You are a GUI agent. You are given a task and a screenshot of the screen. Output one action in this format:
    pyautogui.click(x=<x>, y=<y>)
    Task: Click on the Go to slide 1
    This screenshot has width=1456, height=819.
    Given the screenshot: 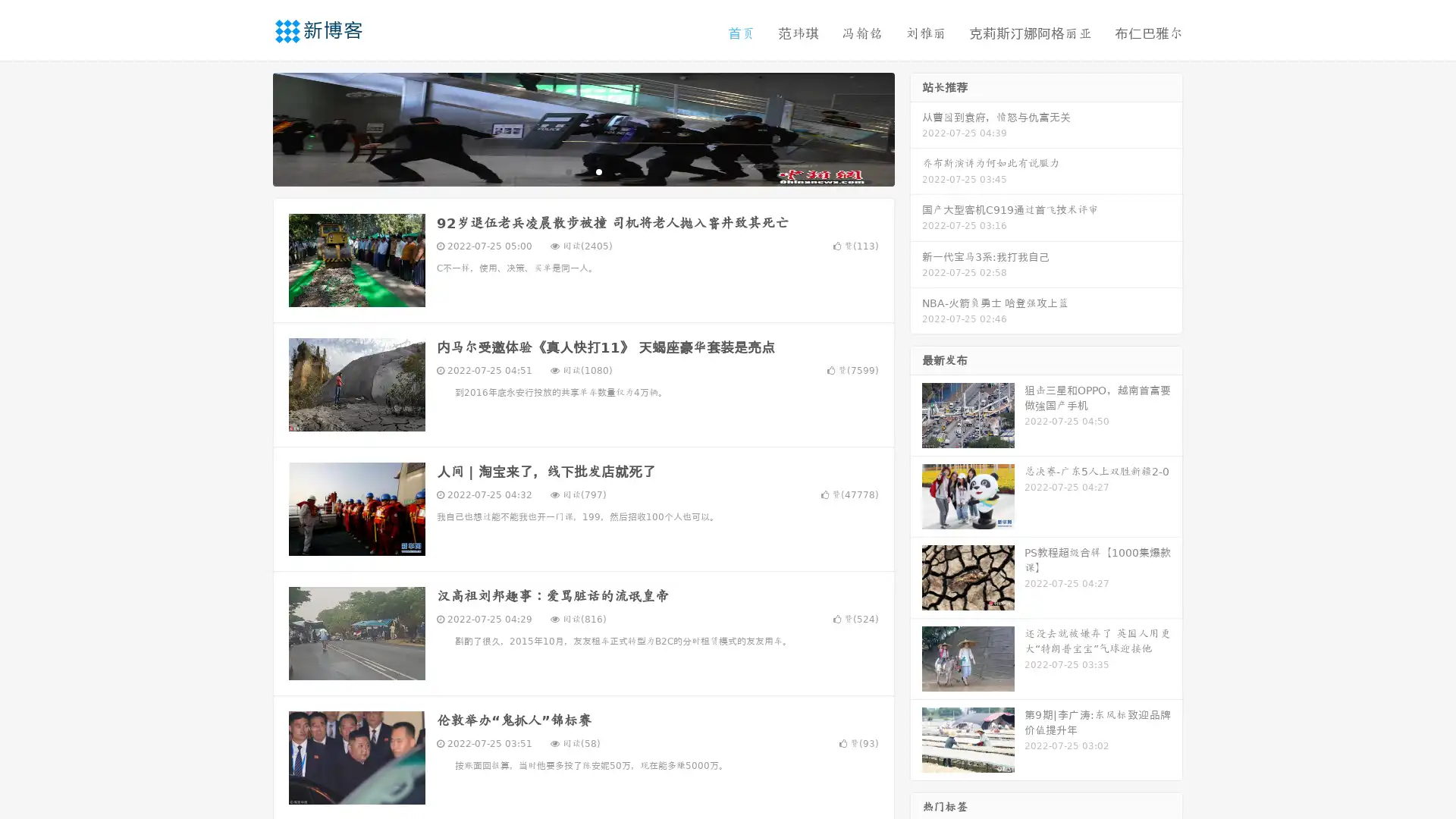 What is the action you would take?
    pyautogui.click(x=567, y=171)
    